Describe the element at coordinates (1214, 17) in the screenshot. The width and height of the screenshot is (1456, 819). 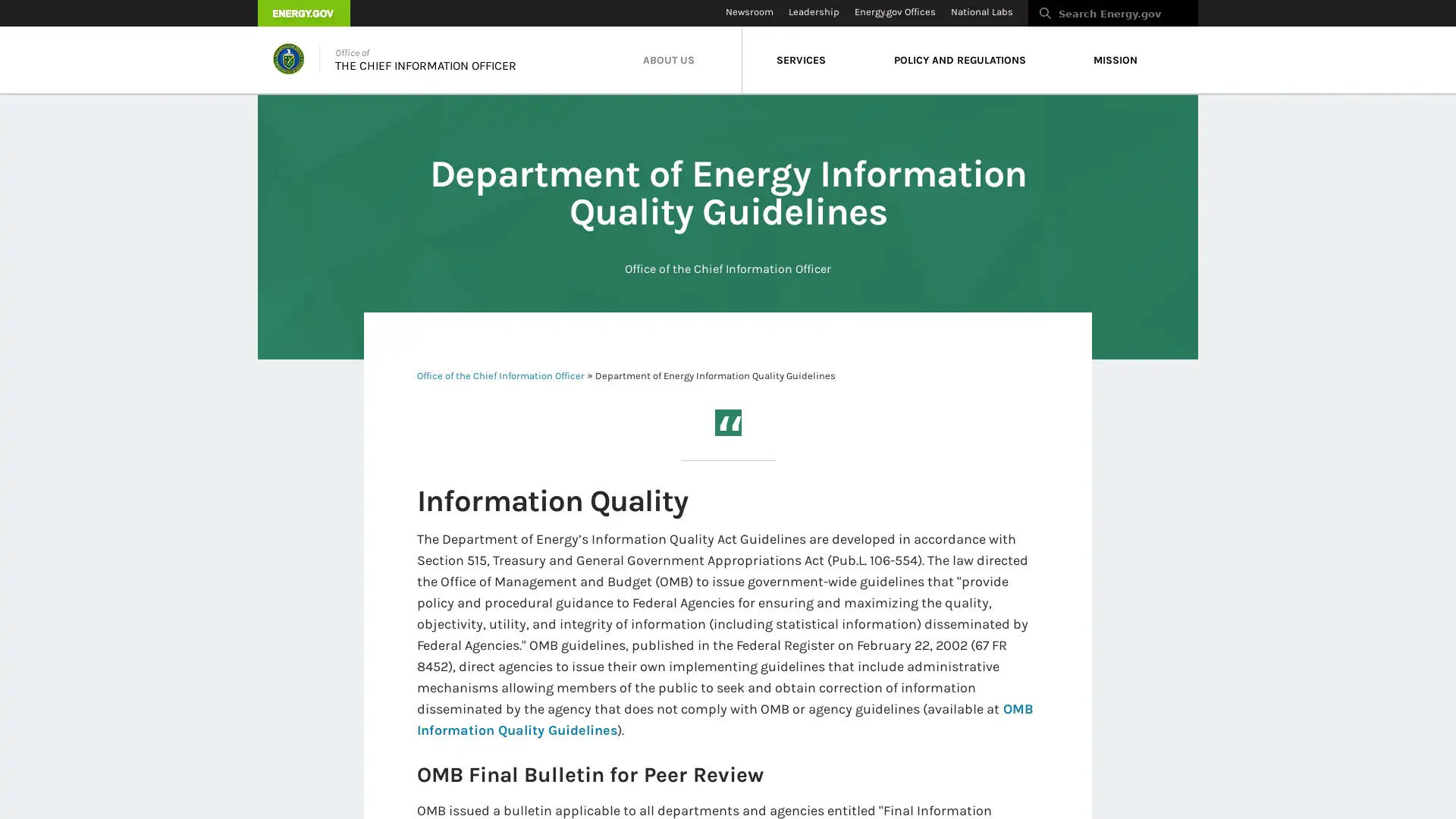
I see `SEARCH` at that location.